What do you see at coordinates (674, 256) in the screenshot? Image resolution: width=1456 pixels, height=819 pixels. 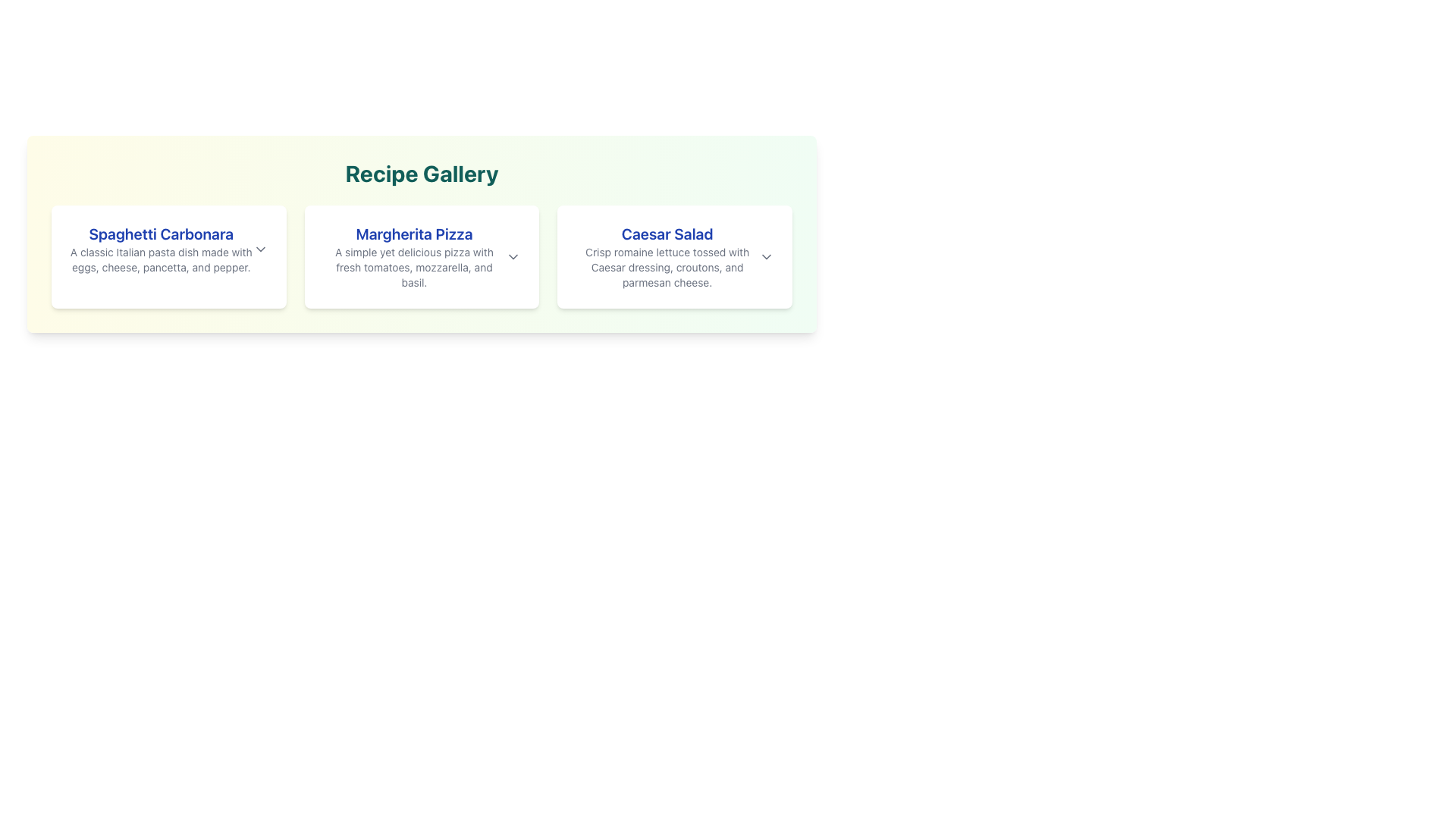 I see `the informational card displaying details about the 'Caesar Salad' in the Recipe Gallery section` at bounding box center [674, 256].